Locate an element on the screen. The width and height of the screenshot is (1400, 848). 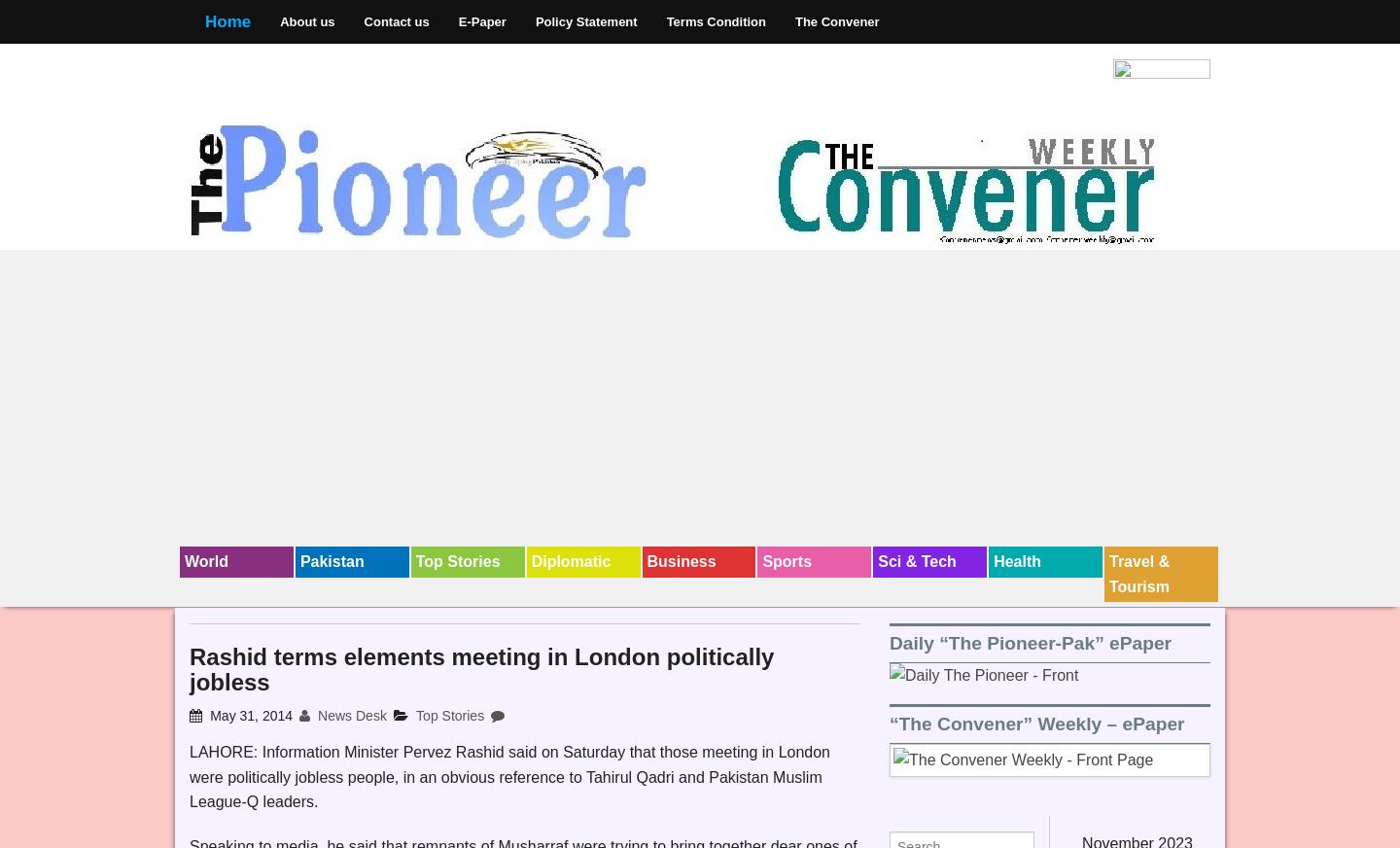
'LAHORE: Information Minister Pervez Rashid said on Saturday that those meeting in London were politically jobless people, in an obvious reference to Tahirul Qadri and Pakistan Muslim League-Q leaders.' is located at coordinates (508, 777).